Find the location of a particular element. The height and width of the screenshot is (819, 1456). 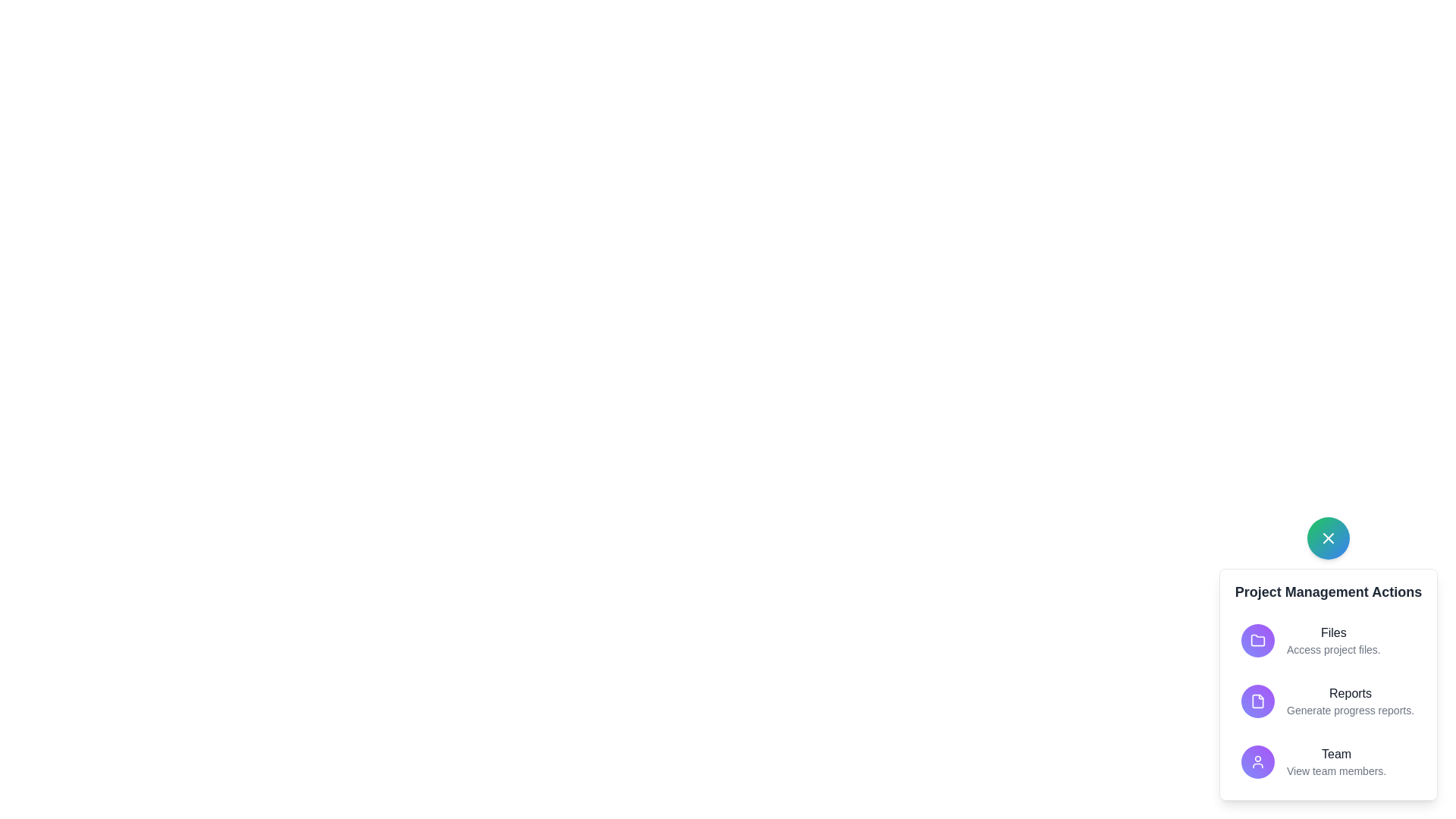

the speed dial button to collapse the menu is located at coordinates (1328, 537).